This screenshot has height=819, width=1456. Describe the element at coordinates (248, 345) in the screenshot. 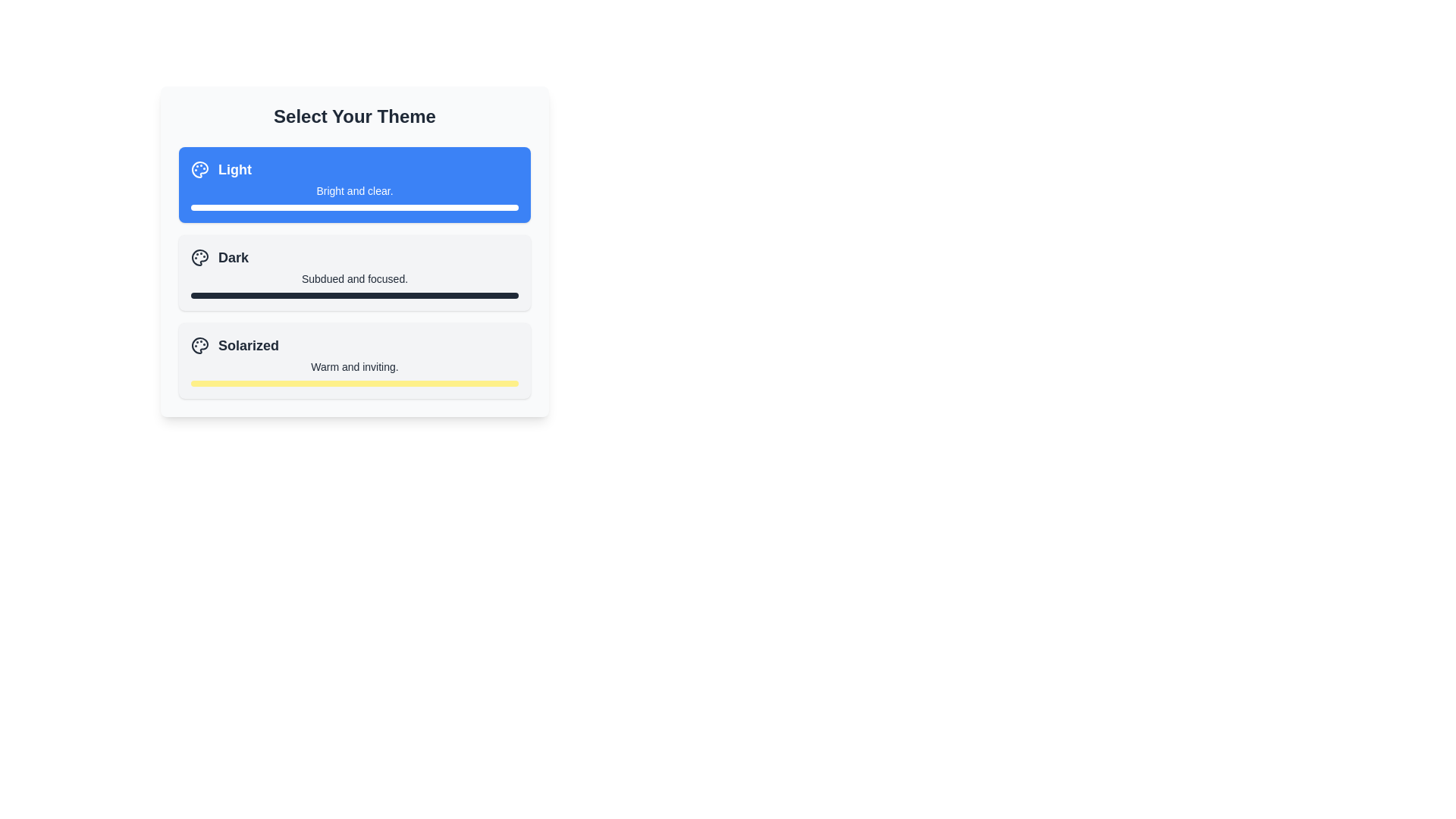

I see `the label identifying the third theme option located in the third horizontal section under 'Select Your Theme', which is aligned with an icon to its left and above descriptive text` at that location.